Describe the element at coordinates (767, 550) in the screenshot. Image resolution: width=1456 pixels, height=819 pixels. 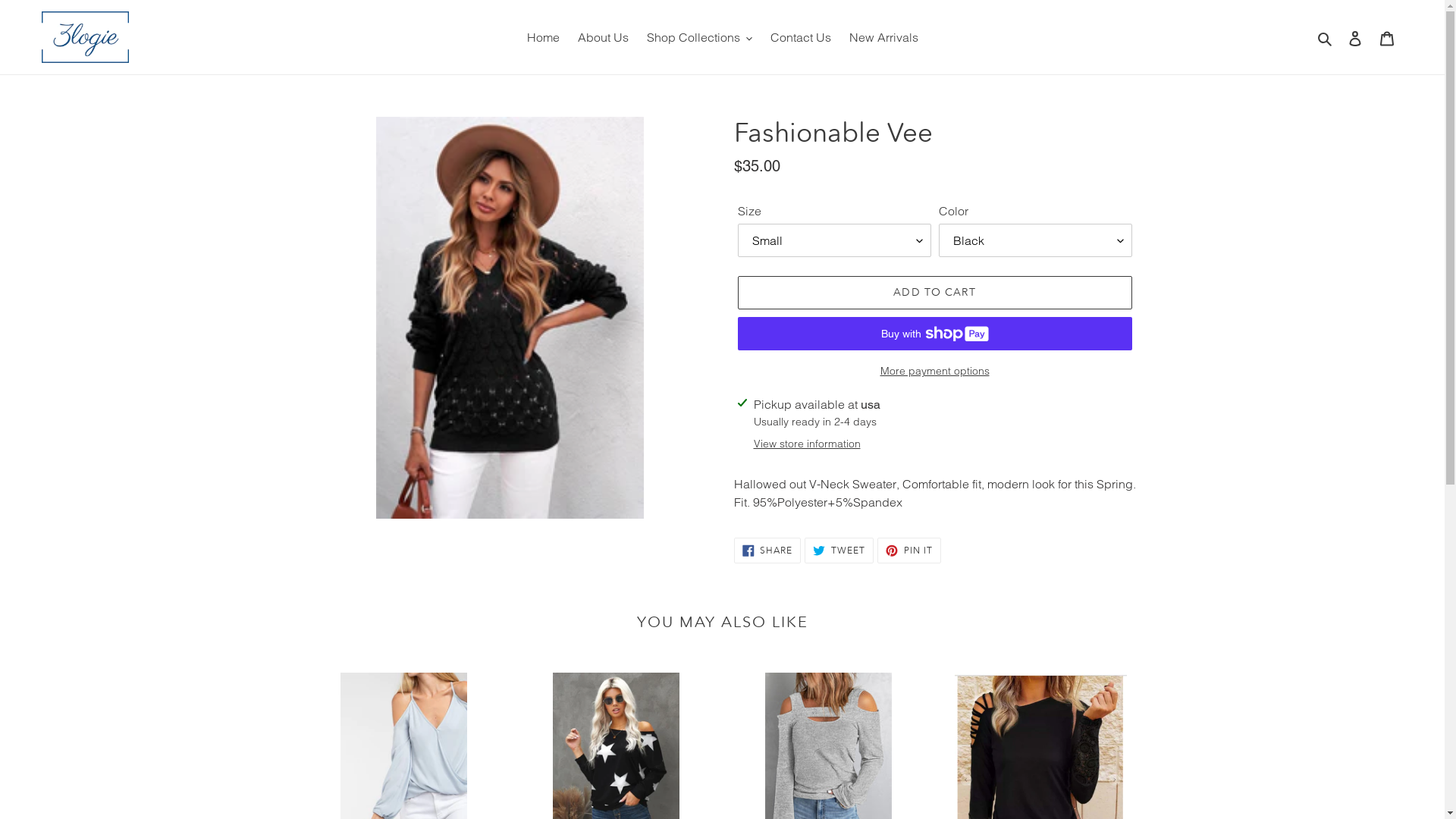
I see `'SHARE` at that location.